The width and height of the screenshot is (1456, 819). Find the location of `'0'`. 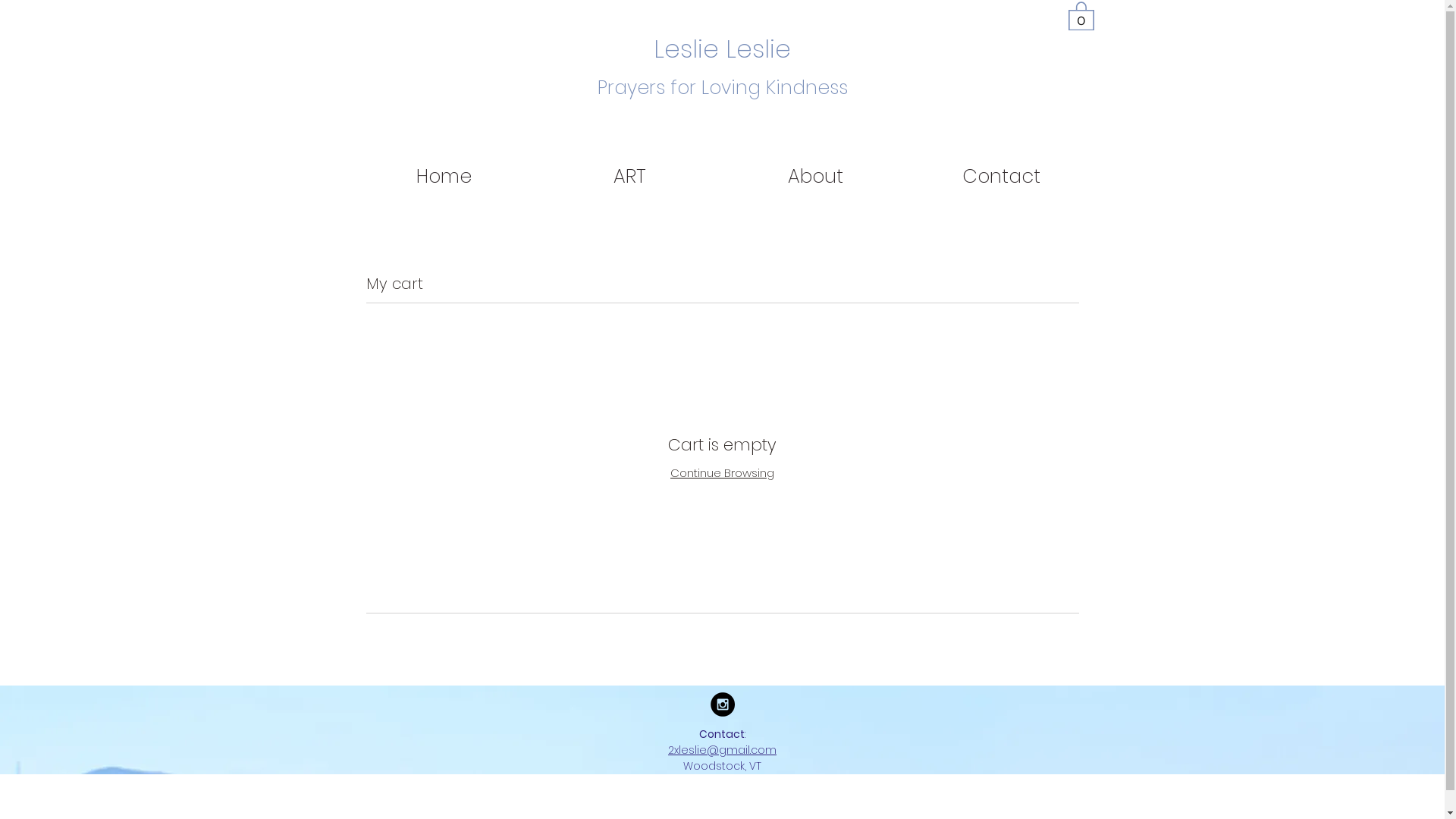

'0' is located at coordinates (1080, 14).